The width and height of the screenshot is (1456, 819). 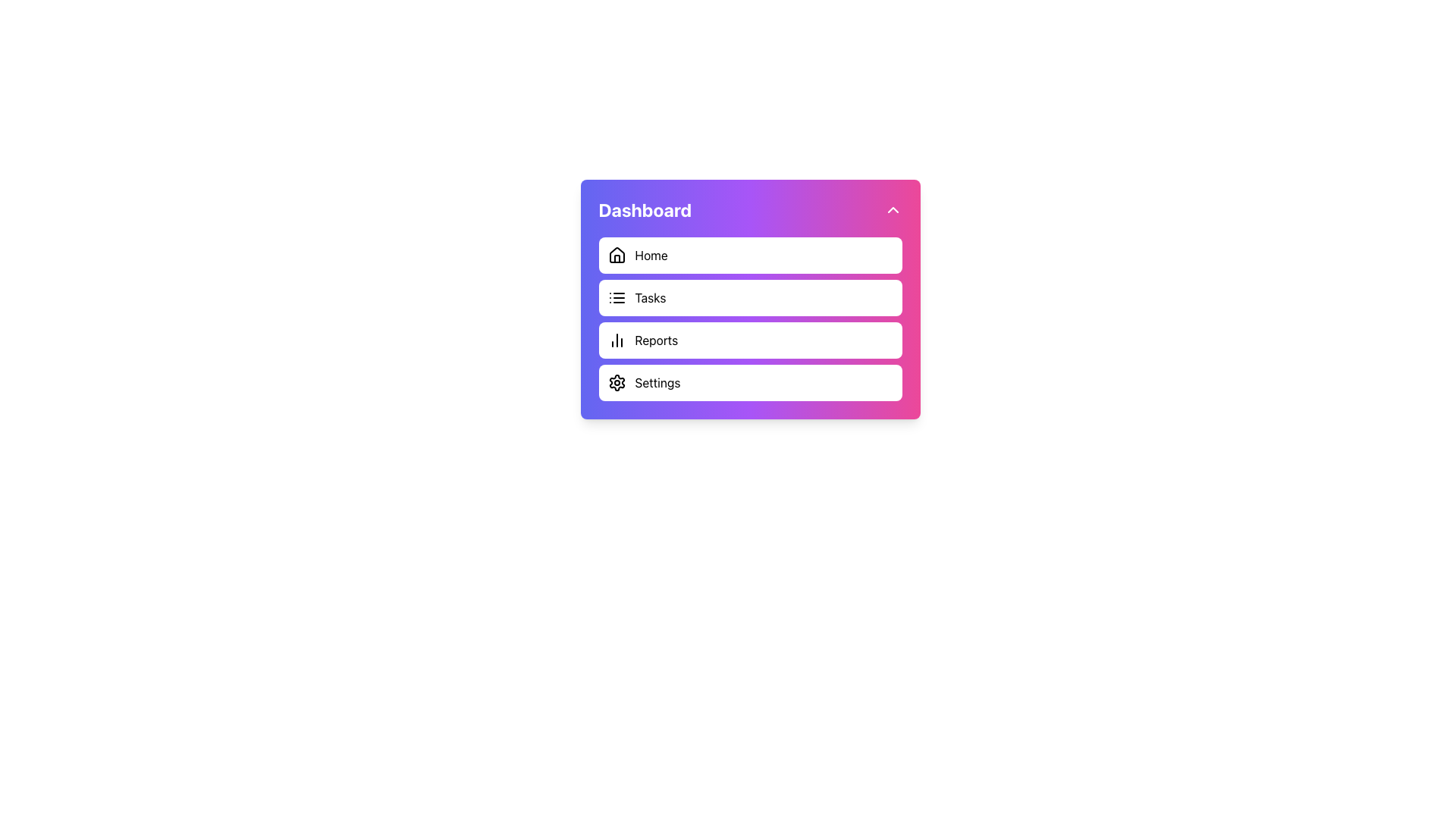 What do you see at coordinates (617, 298) in the screenshot?
I see `the decorative graphic icon representing a list, which is located to the immediate left of the text label 'Tasks' in the second entry of the vertical sidebar menu on the dashboard interface` at bounding box center [617, 298].